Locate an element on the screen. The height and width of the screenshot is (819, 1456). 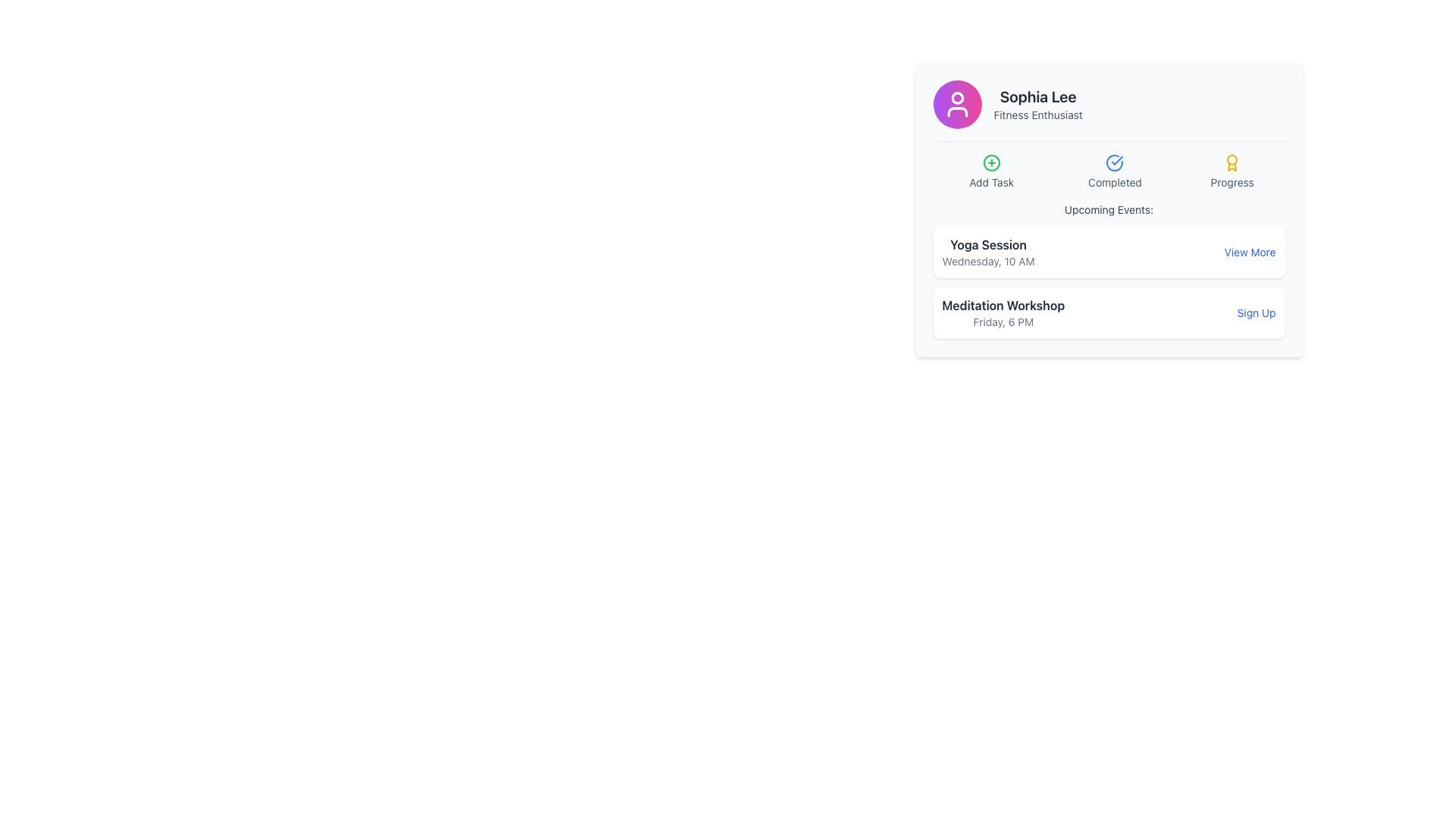
the 'Yoga Session' static text, which is the upper text within a vertically stacked pair in the 'Upcoming Events' card is located at coordinates (988, 244).